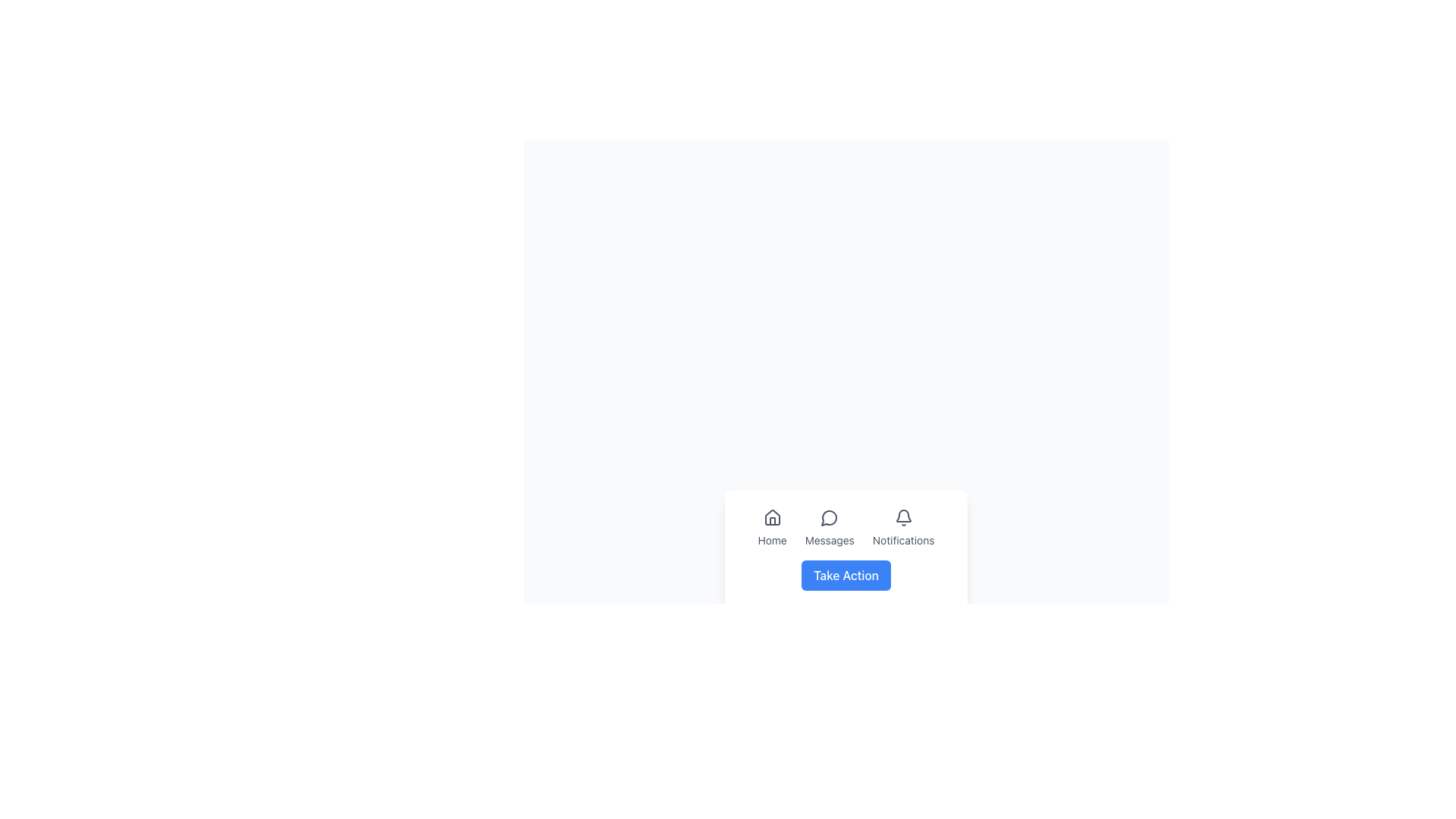 This screenshot has width=1456, height=819. What do you see at coordinates (846, 550) in the screenshot?
I see `the icons in the navigation card containing links to Home, Messages, and Notifications` at bounding box center [846, 550].